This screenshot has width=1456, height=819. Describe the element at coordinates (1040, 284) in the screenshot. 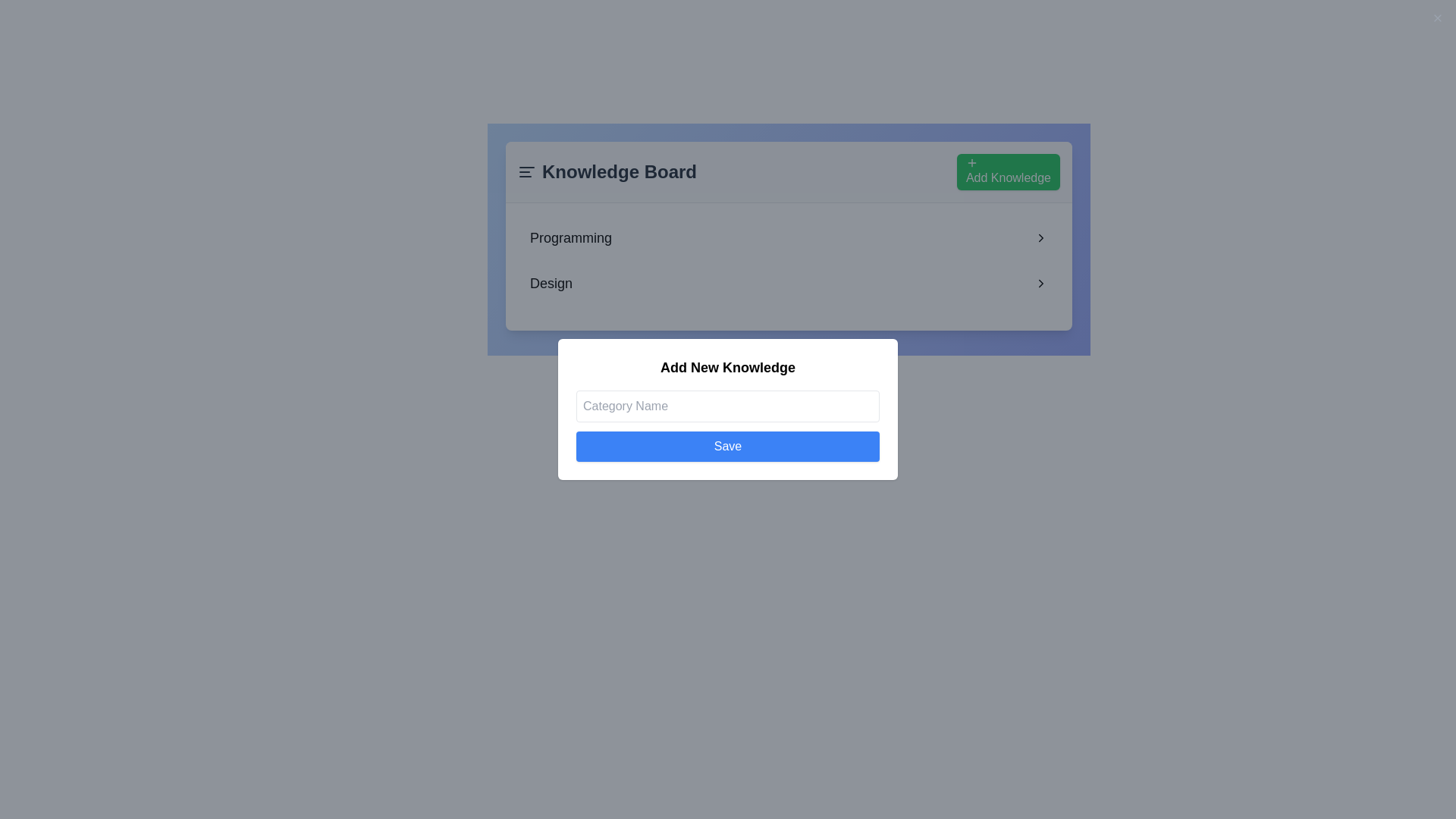

I see `the chevron icon located to the right of the 'Design' text` at that location.